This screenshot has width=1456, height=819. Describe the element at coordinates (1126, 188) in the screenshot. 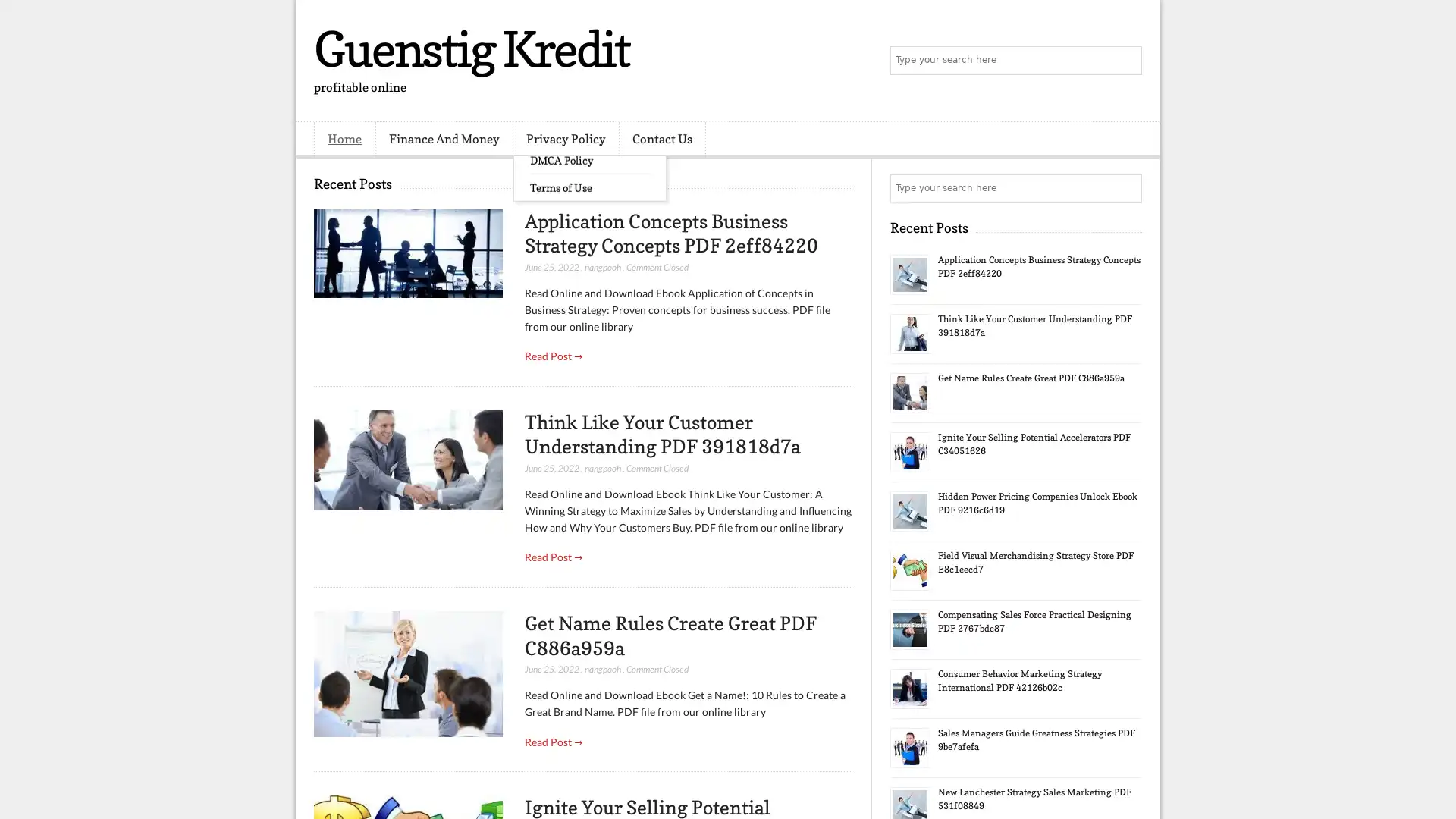

I see `Search` at that location.